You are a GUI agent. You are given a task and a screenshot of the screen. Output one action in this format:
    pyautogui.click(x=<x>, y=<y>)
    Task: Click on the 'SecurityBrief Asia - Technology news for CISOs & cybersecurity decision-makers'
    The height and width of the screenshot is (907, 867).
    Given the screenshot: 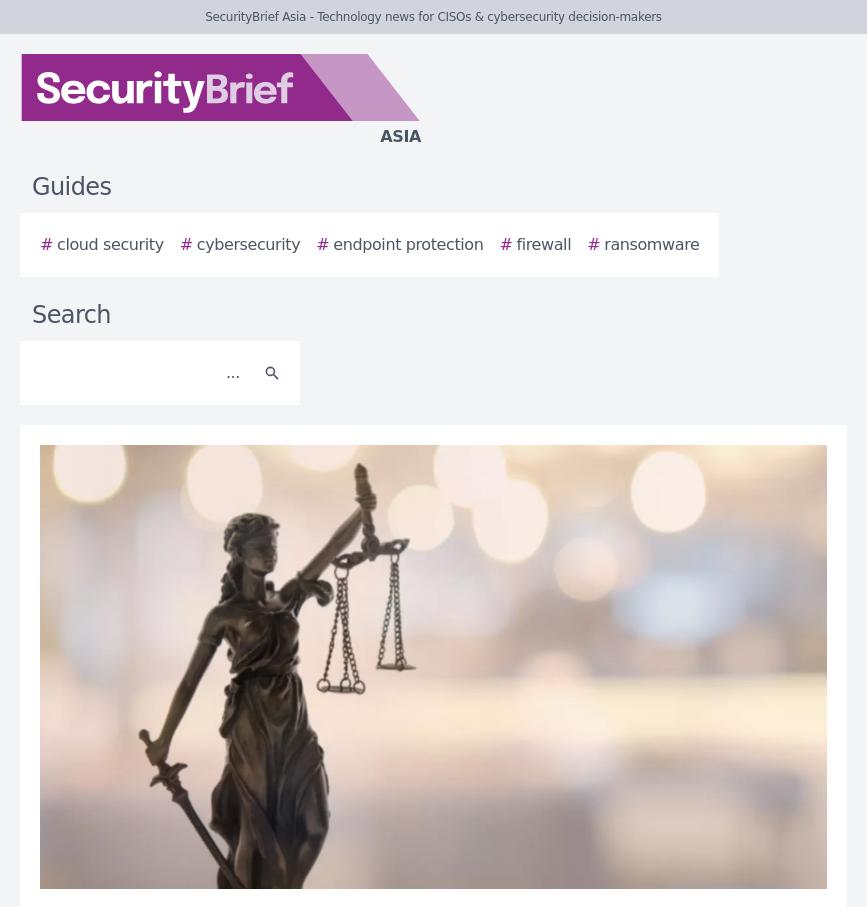 What is the action you would take?
    pyautogui.click(x=432, y=15)
    